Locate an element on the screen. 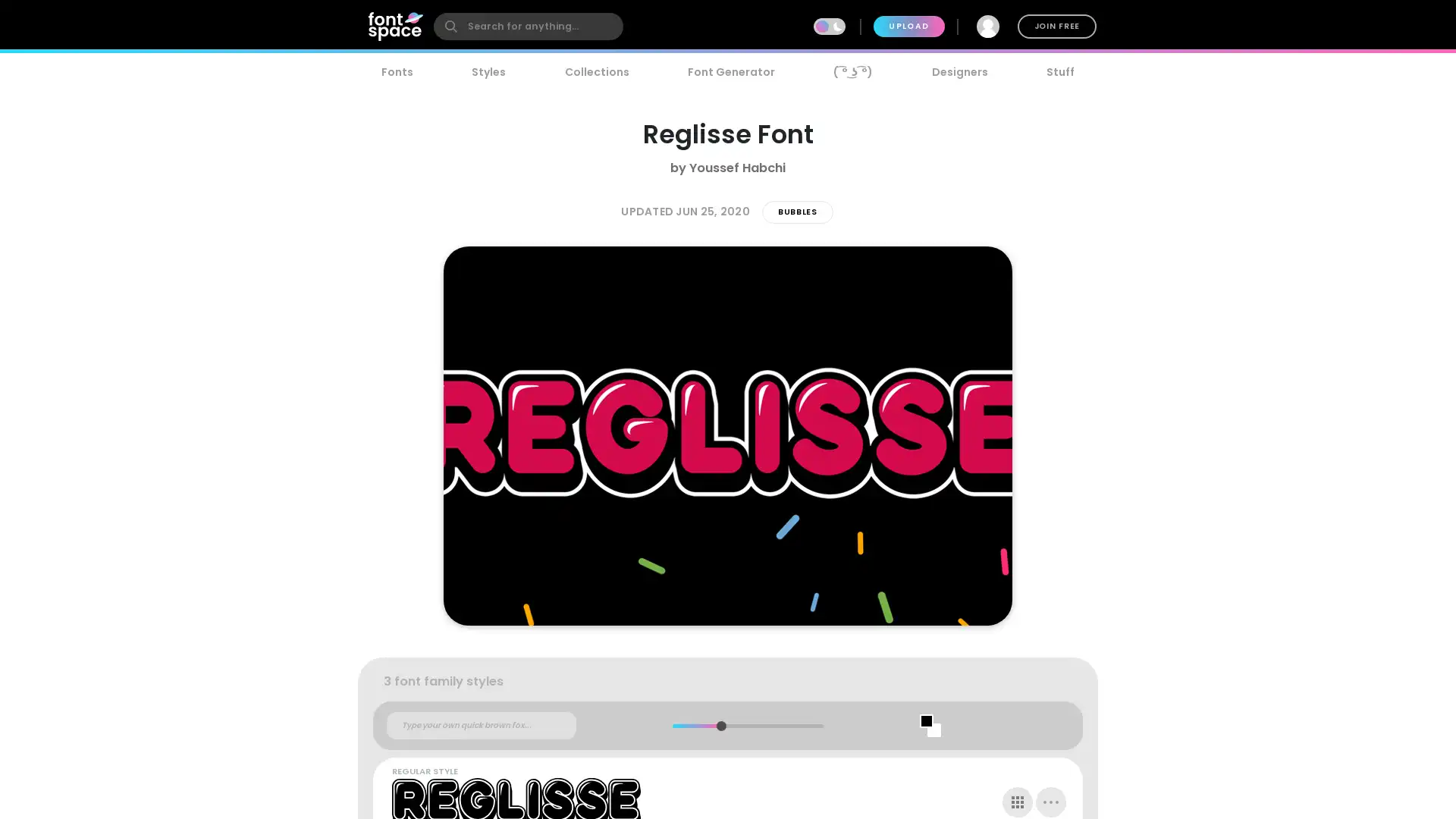 The height and width of the screenshot is (819, 1456). JOIN FREE is located at coordinates (1056, 26).